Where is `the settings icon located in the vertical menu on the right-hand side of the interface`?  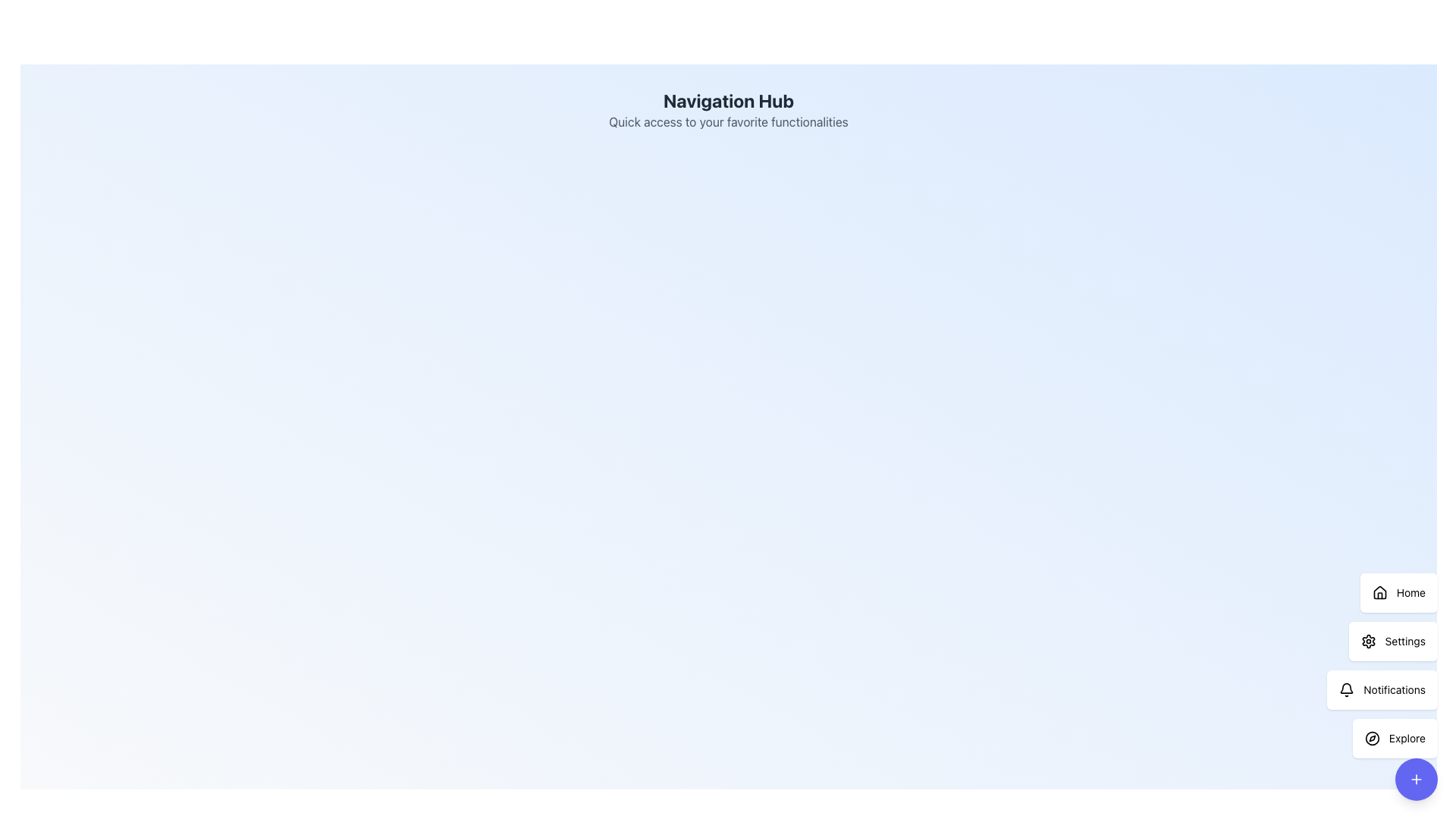
the settings icon located in the vertical menu on the right-hand side of the interface is located at coordinates (1368, 641).